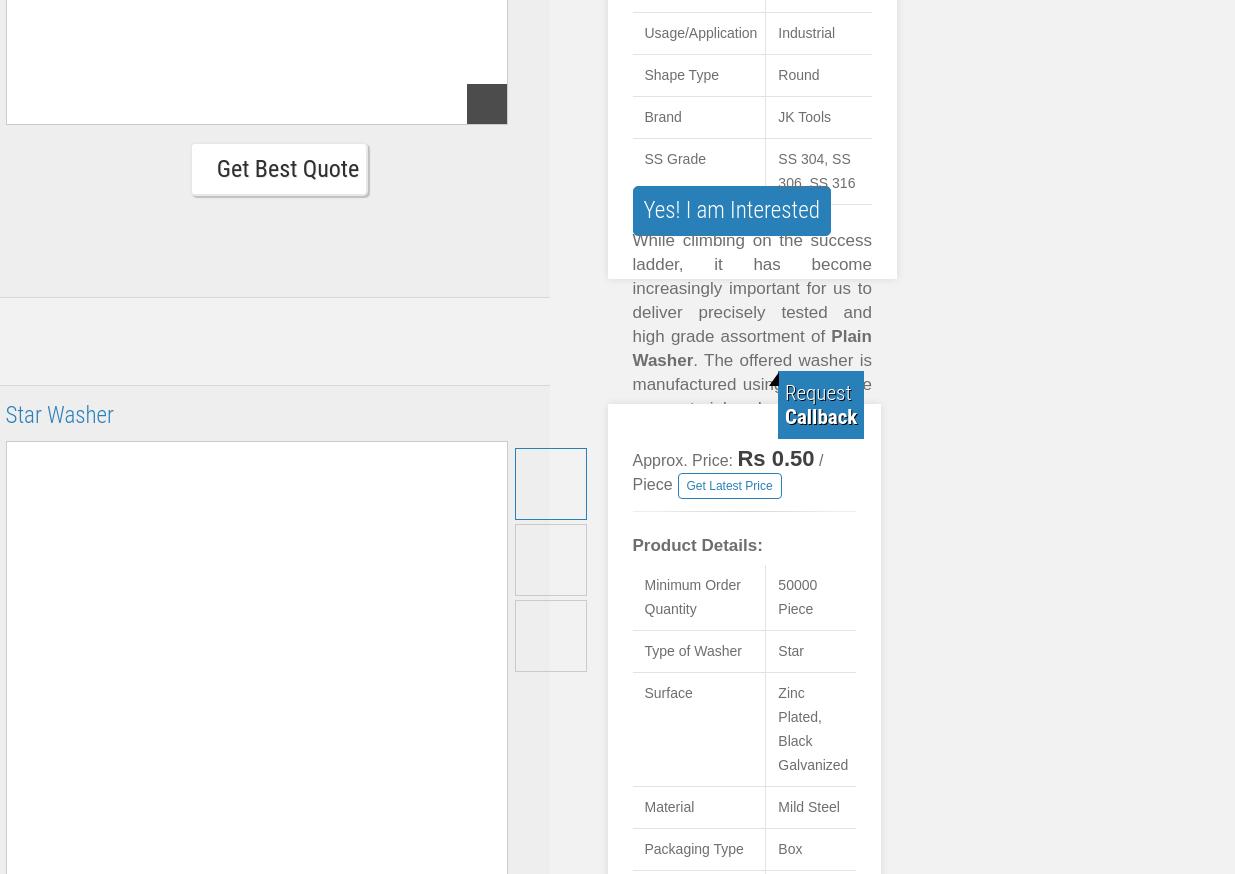 Image resolution: width=1235 pixels, height=874 pixels. Describe the element at coordinates (813, 728) in the screenshot. I see `'Zinc Plated, Black Galvanized'` at that location.